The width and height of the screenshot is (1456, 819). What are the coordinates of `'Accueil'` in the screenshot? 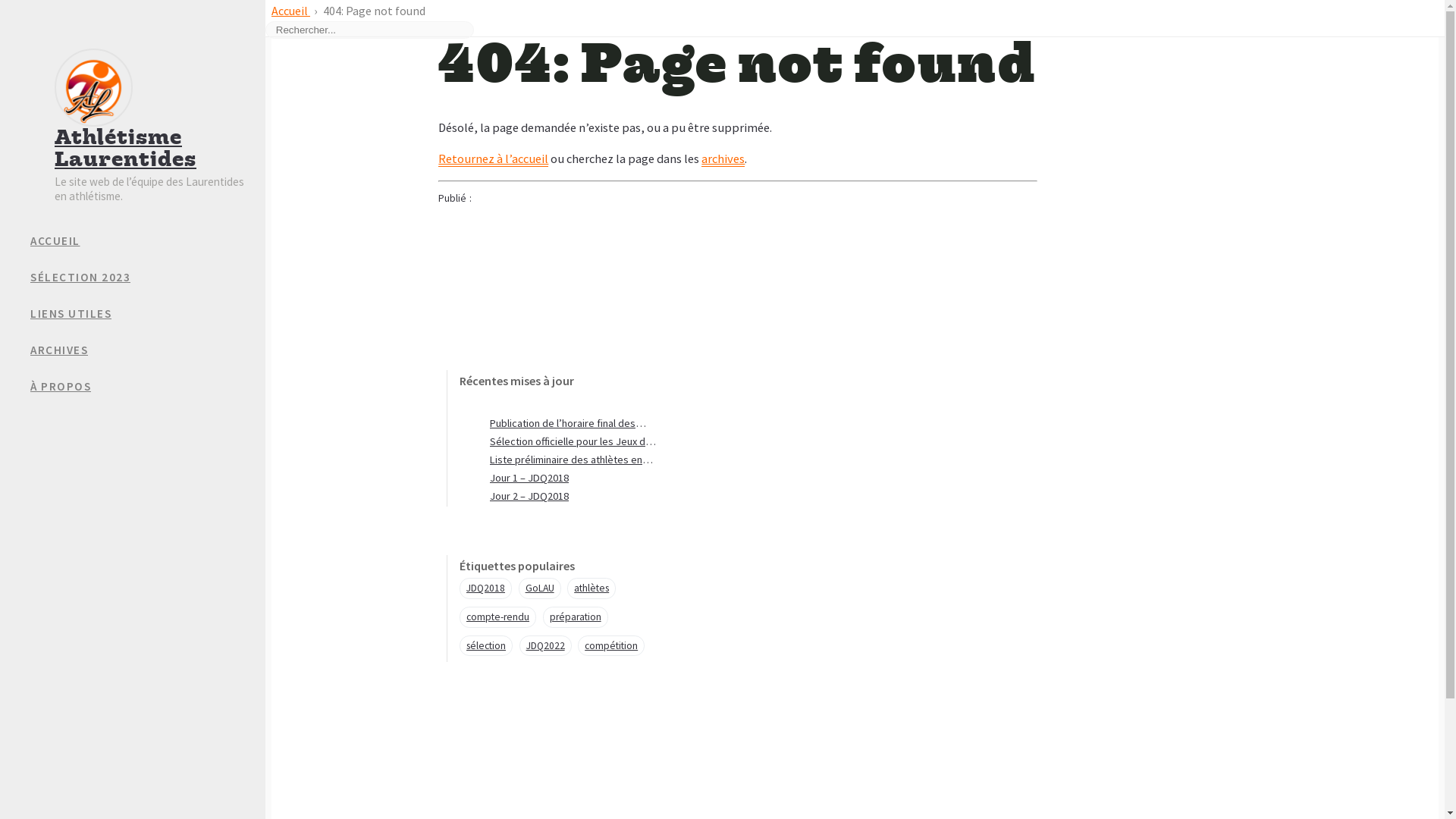 It's located at (290, 11).